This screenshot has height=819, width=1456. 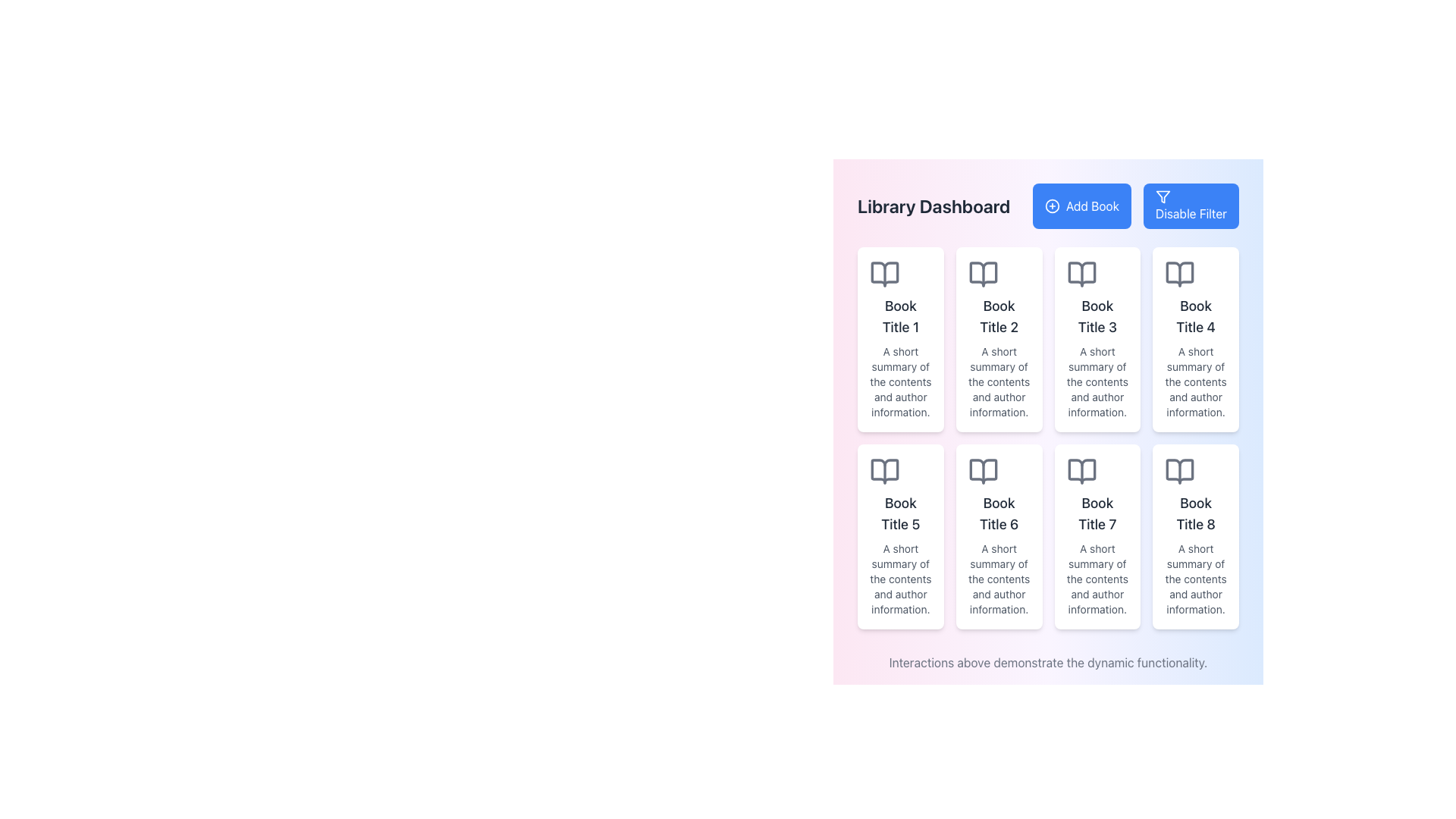 I want to click on the circular icon with a plus sign at its center, which is part of the 'Add Book' button, so click(x=1051, y=206).